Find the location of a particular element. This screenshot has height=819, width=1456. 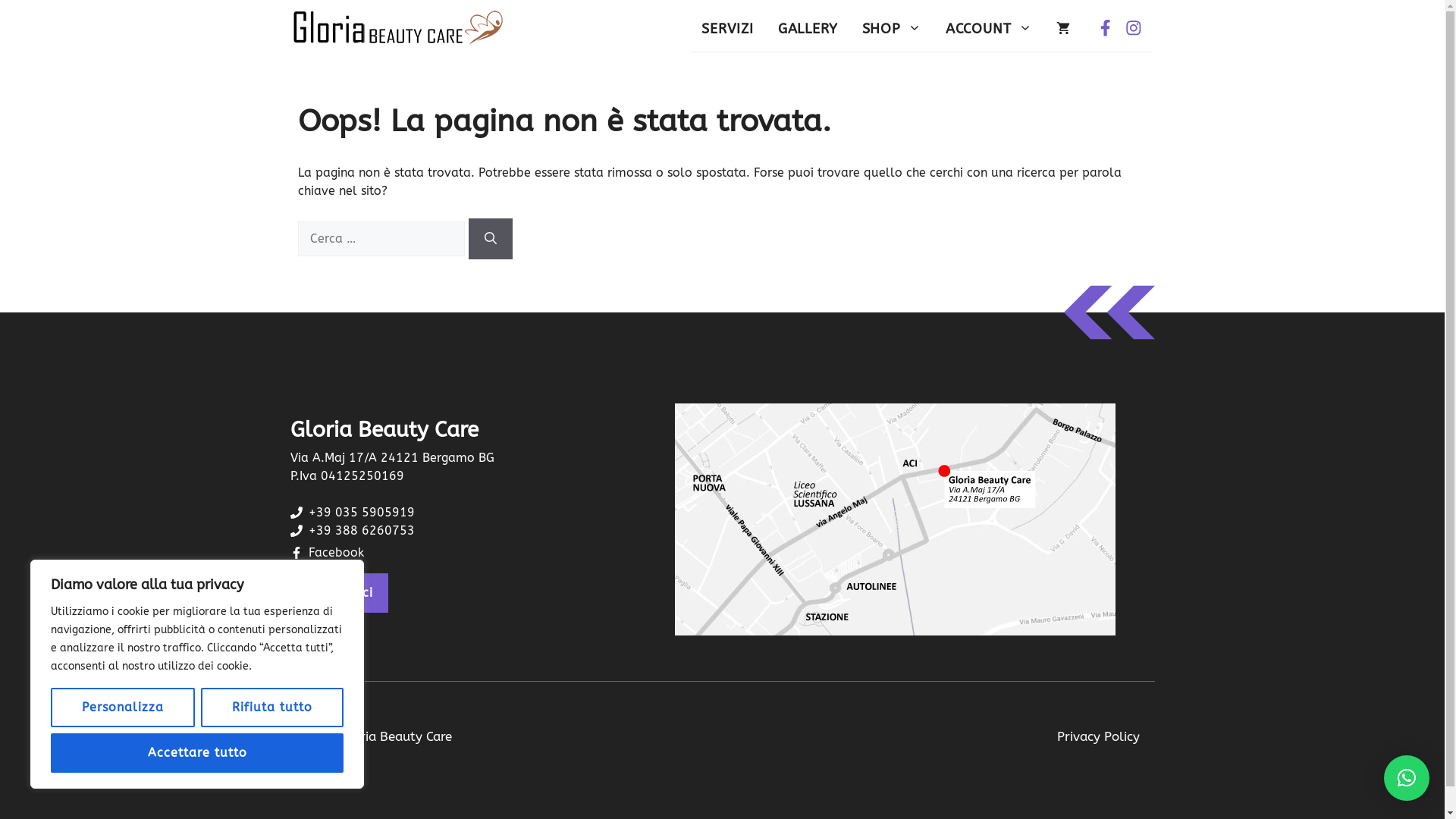

'ACCOUNT' is located at coordinates (989, 29).